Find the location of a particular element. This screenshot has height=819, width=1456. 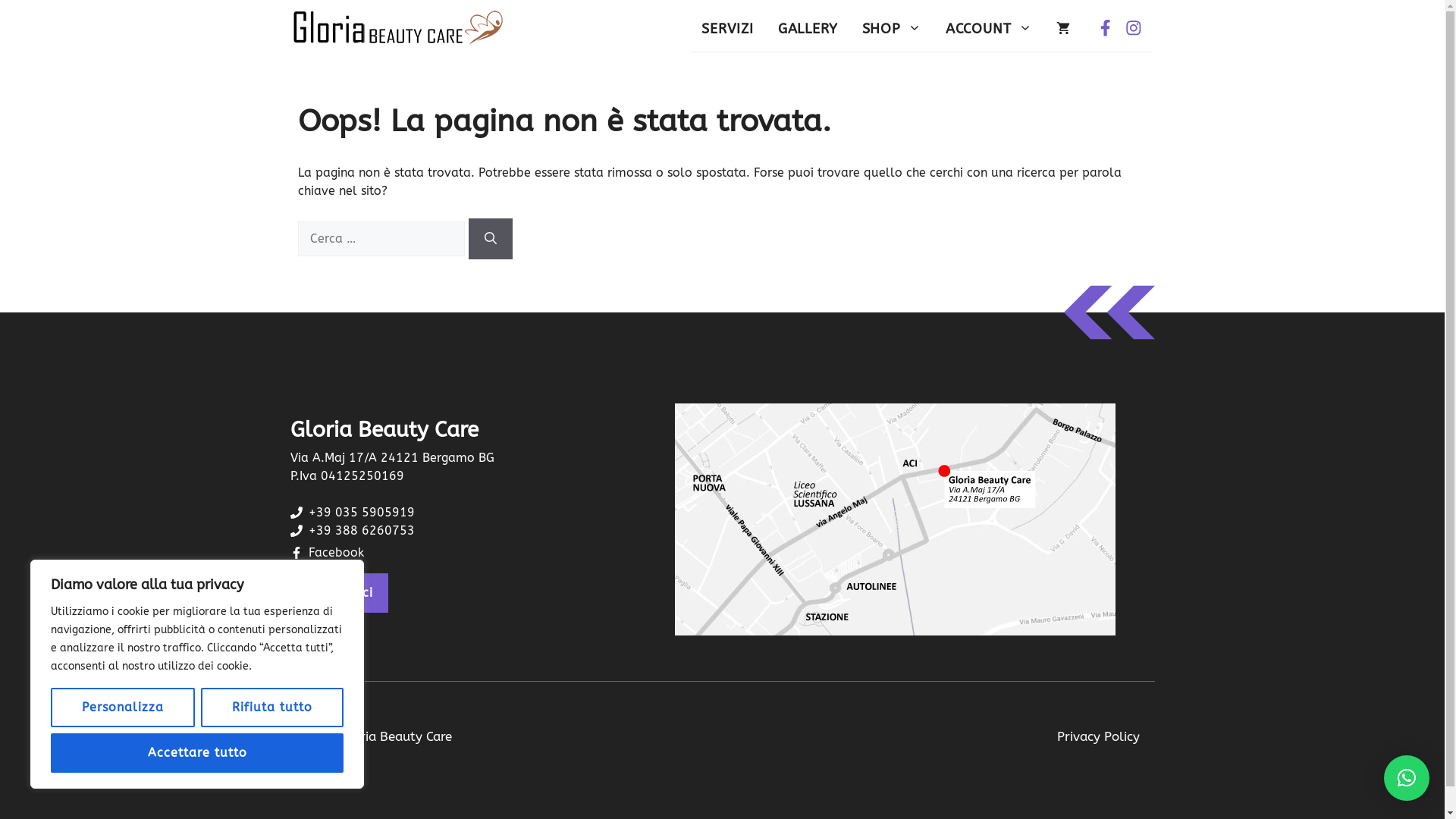

'ACCOUNT' is located at coordinates (989, 29).